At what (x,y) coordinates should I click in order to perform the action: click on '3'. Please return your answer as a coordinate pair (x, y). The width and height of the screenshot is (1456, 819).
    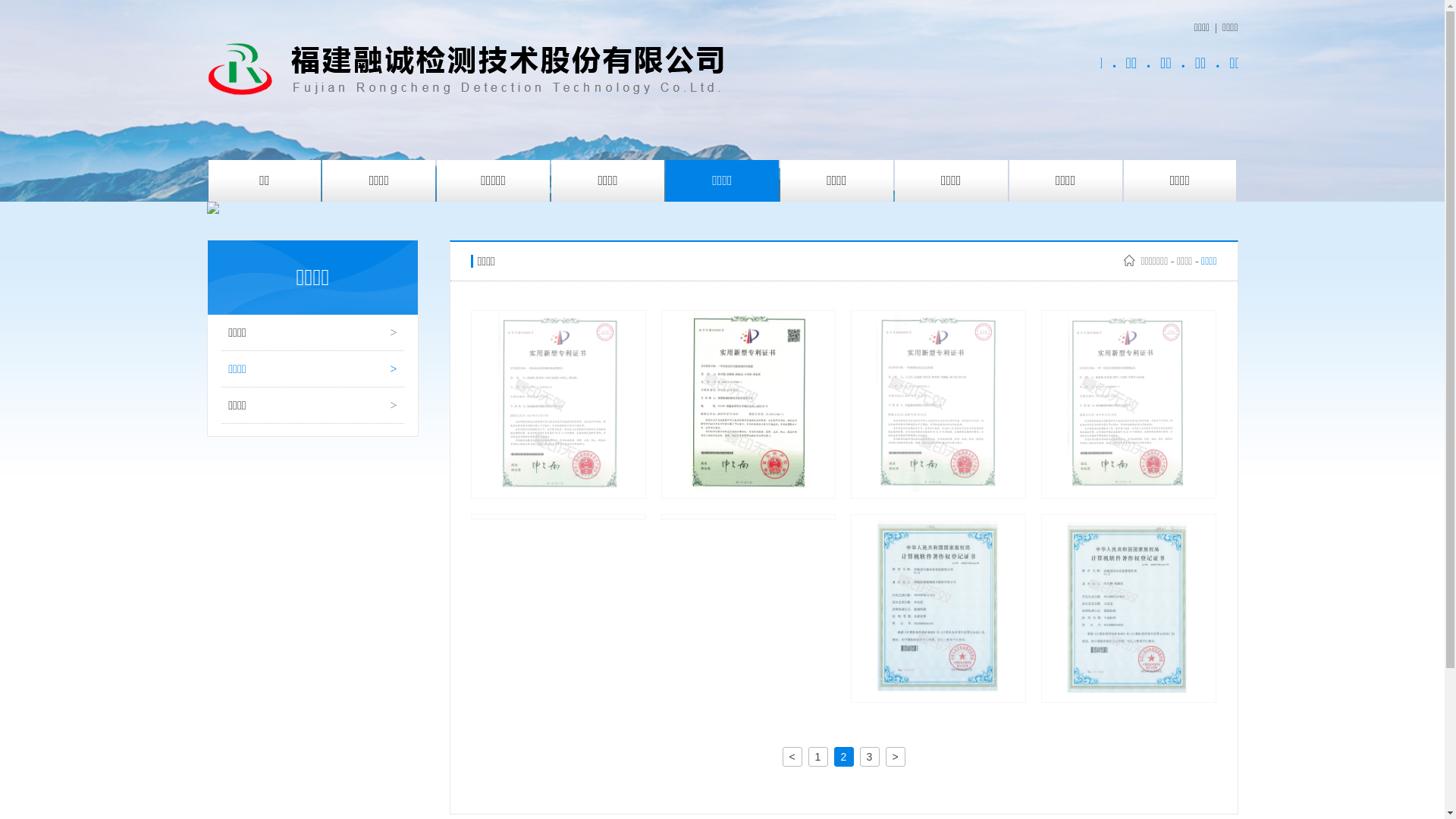
    Looking at the image, I should click on (870, 757).